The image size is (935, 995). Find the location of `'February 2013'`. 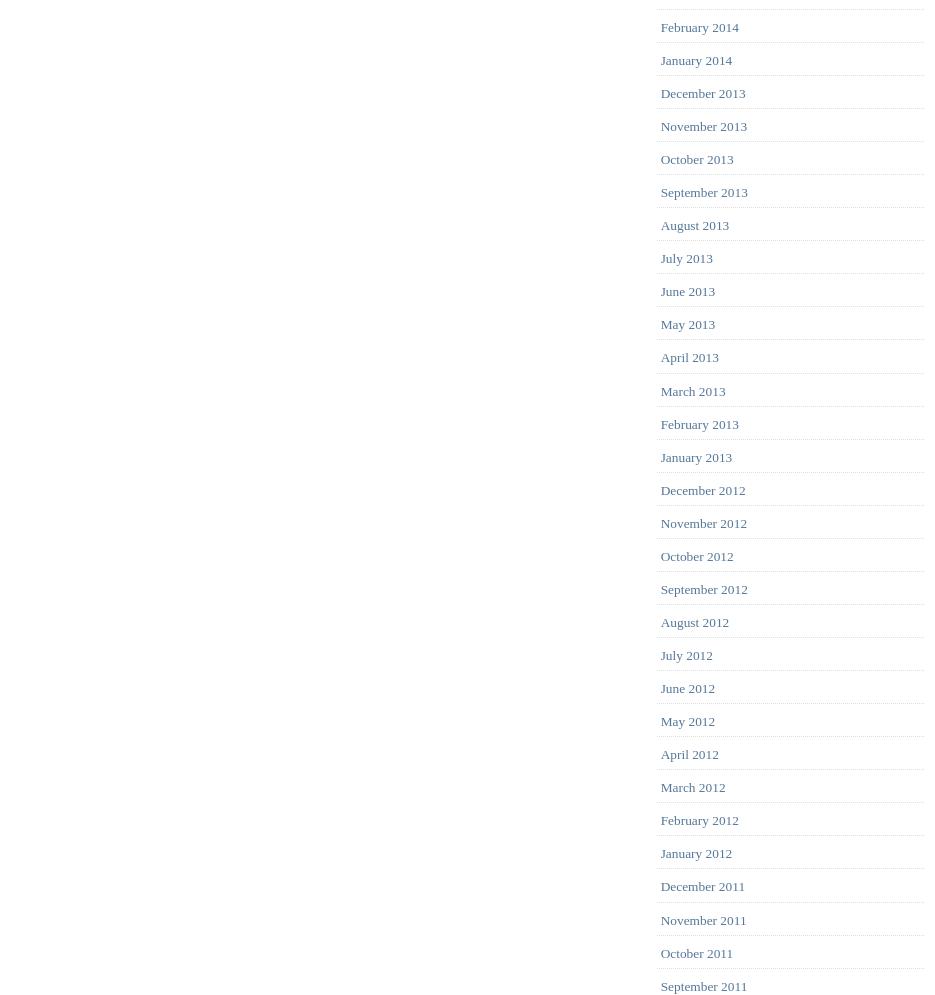

'February 2013' is located at coordinates (698, 422).